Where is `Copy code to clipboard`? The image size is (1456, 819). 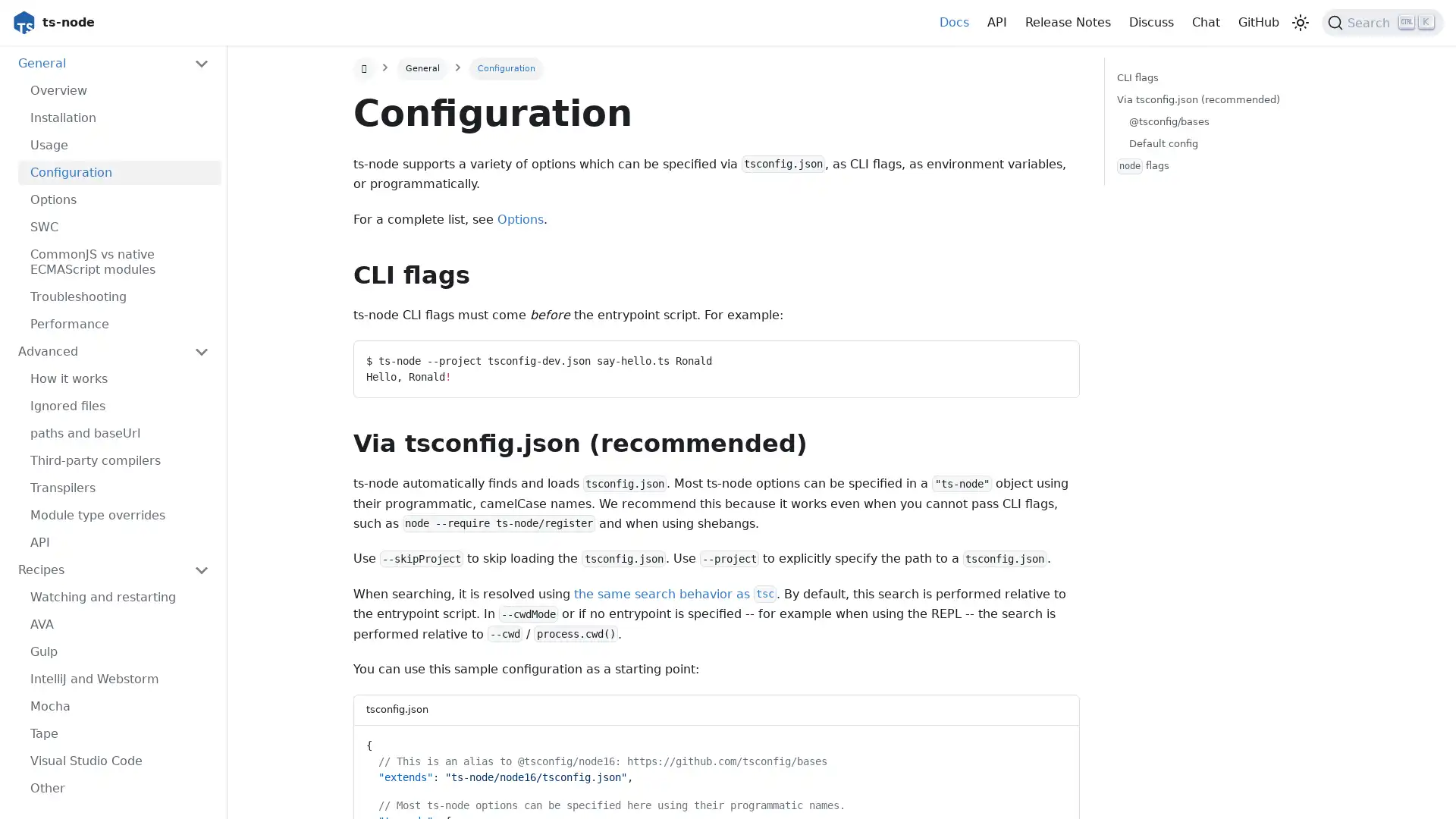 Copy code to clipboard is located at coordinates (1053, 742).